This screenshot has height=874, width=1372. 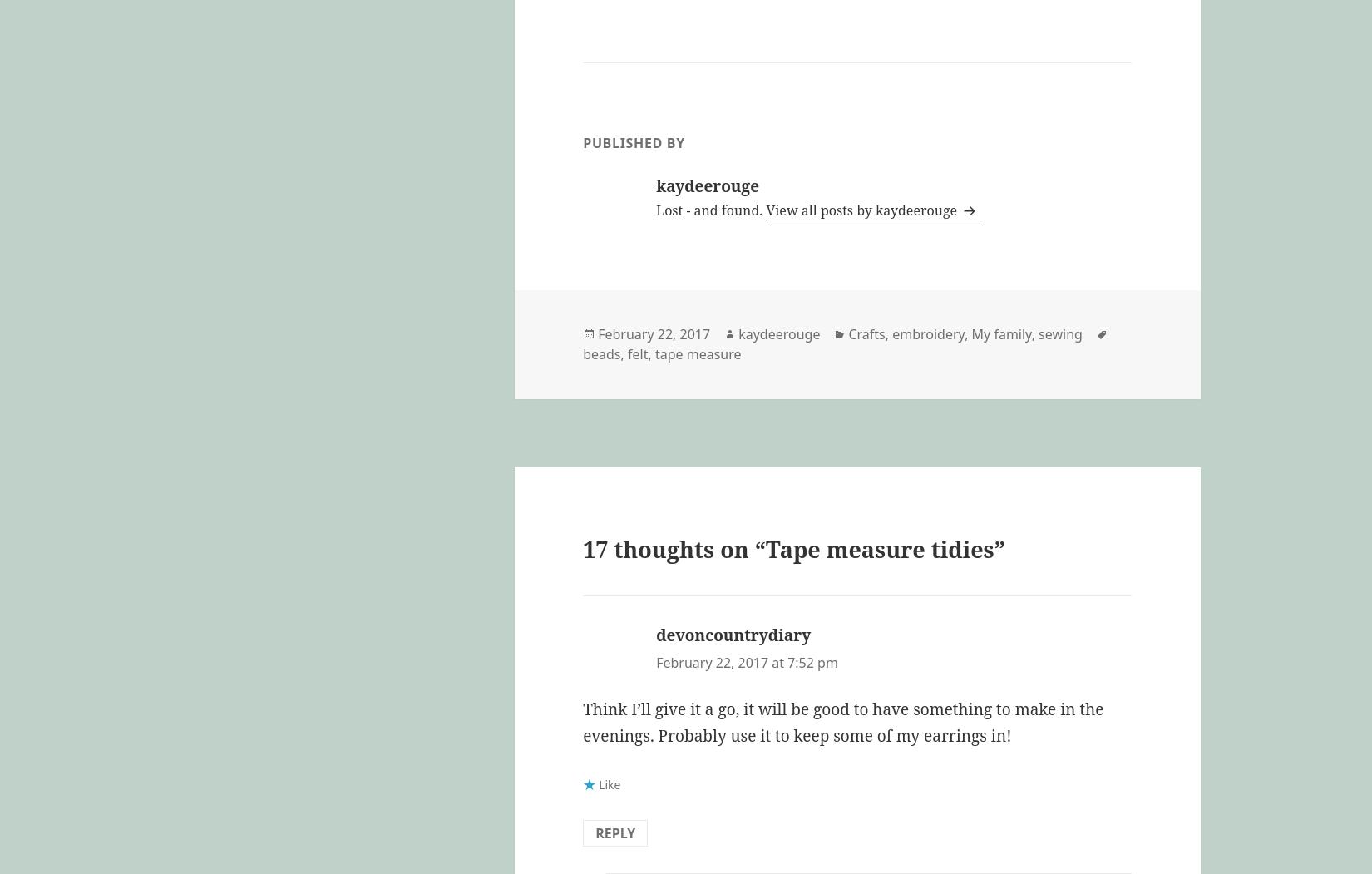 What do you see at coordinates (1059, 333) in the screenshot?
I see `'sewing'` at bounding box center [1059, 333].